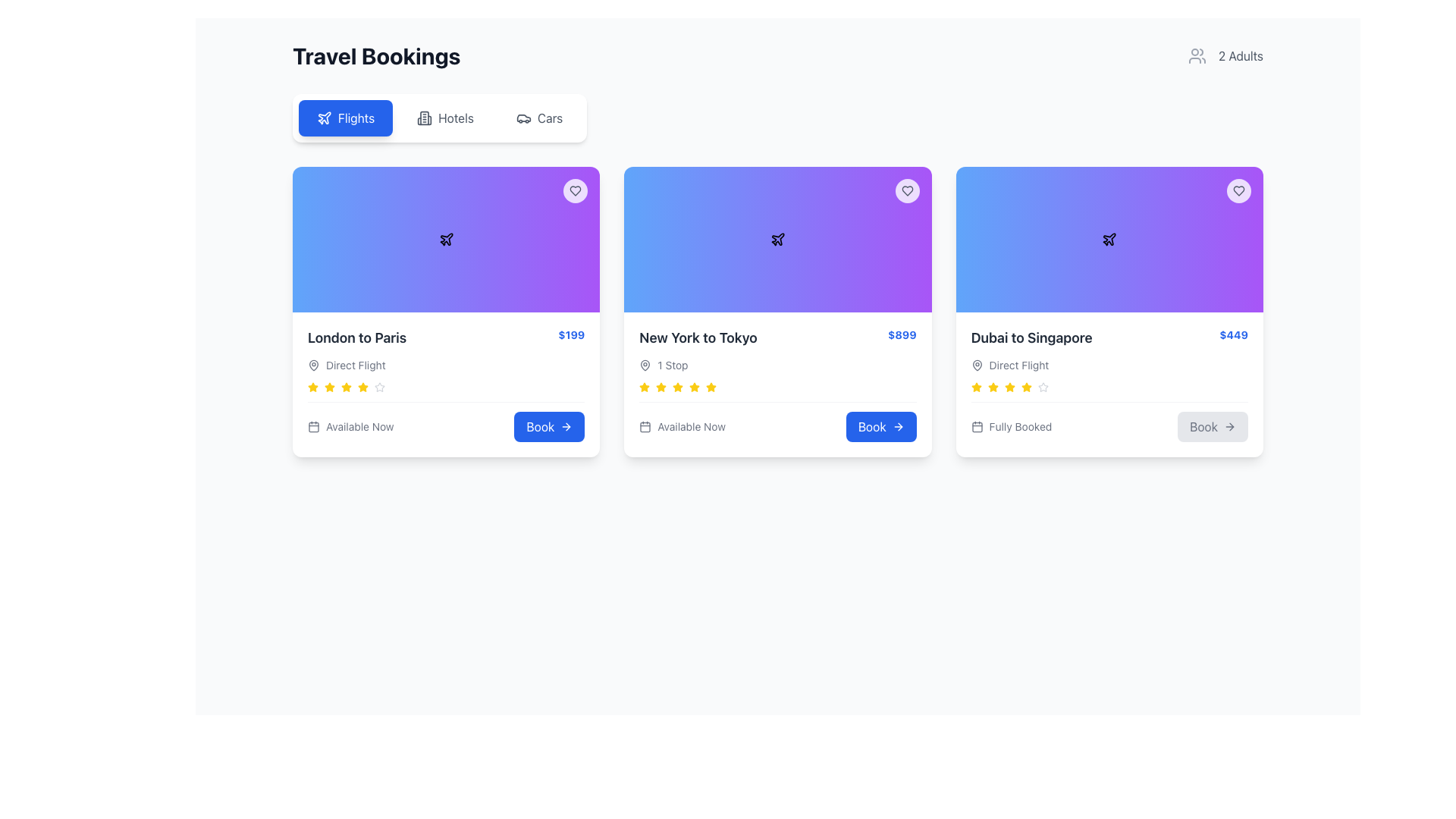 This screenshot has height=819, width=1456. I want to click on the visual state of the third star icon used for rating in the 'New York to Tokyo' section, which is part of a horizontal layout of star graphics, so click(993, 386).